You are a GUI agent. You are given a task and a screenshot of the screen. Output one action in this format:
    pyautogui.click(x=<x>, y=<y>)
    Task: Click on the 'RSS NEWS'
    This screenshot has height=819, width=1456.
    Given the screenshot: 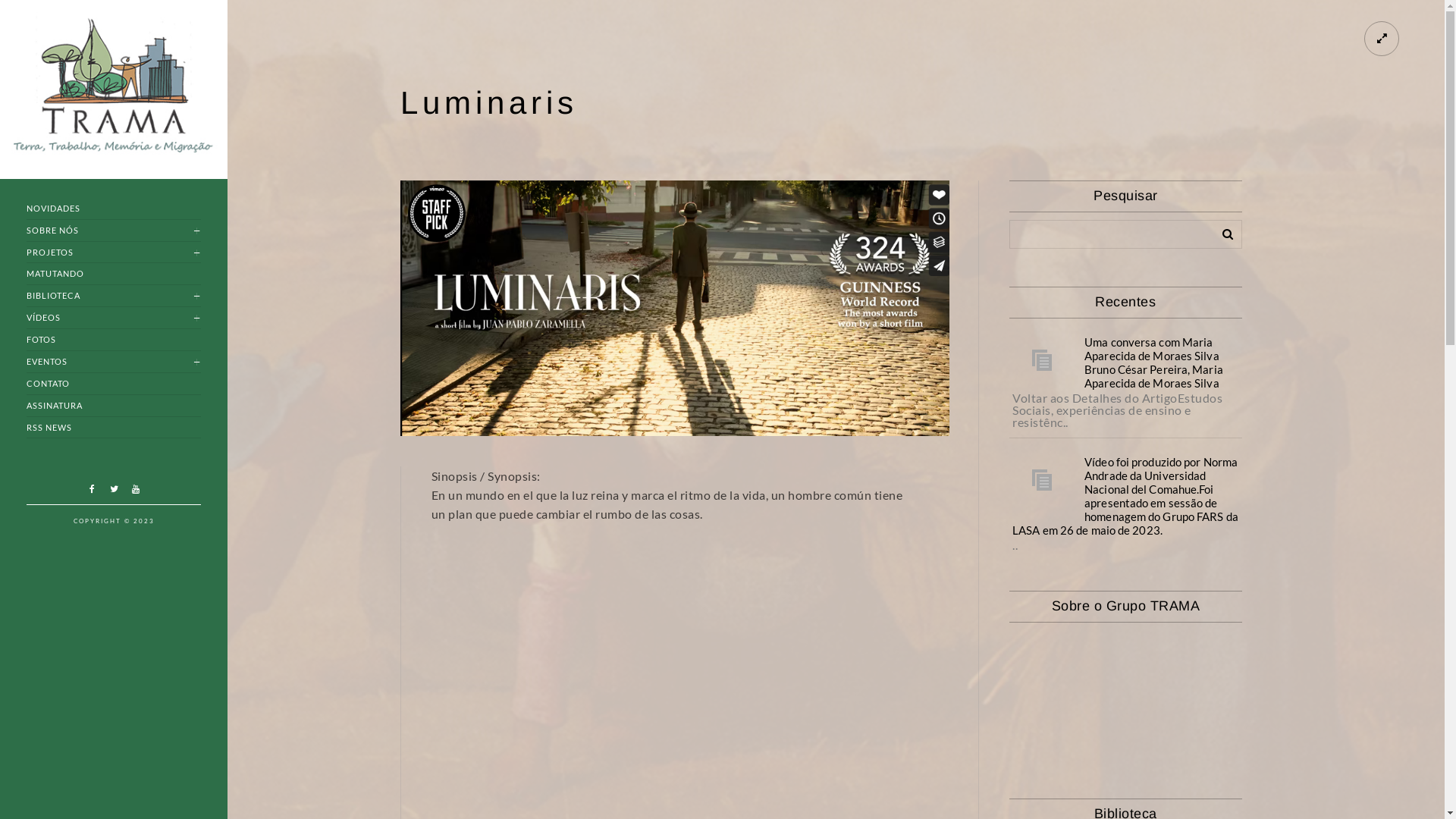 What is the action you would take?
    pyautogui.click(x=112, y=428)
    